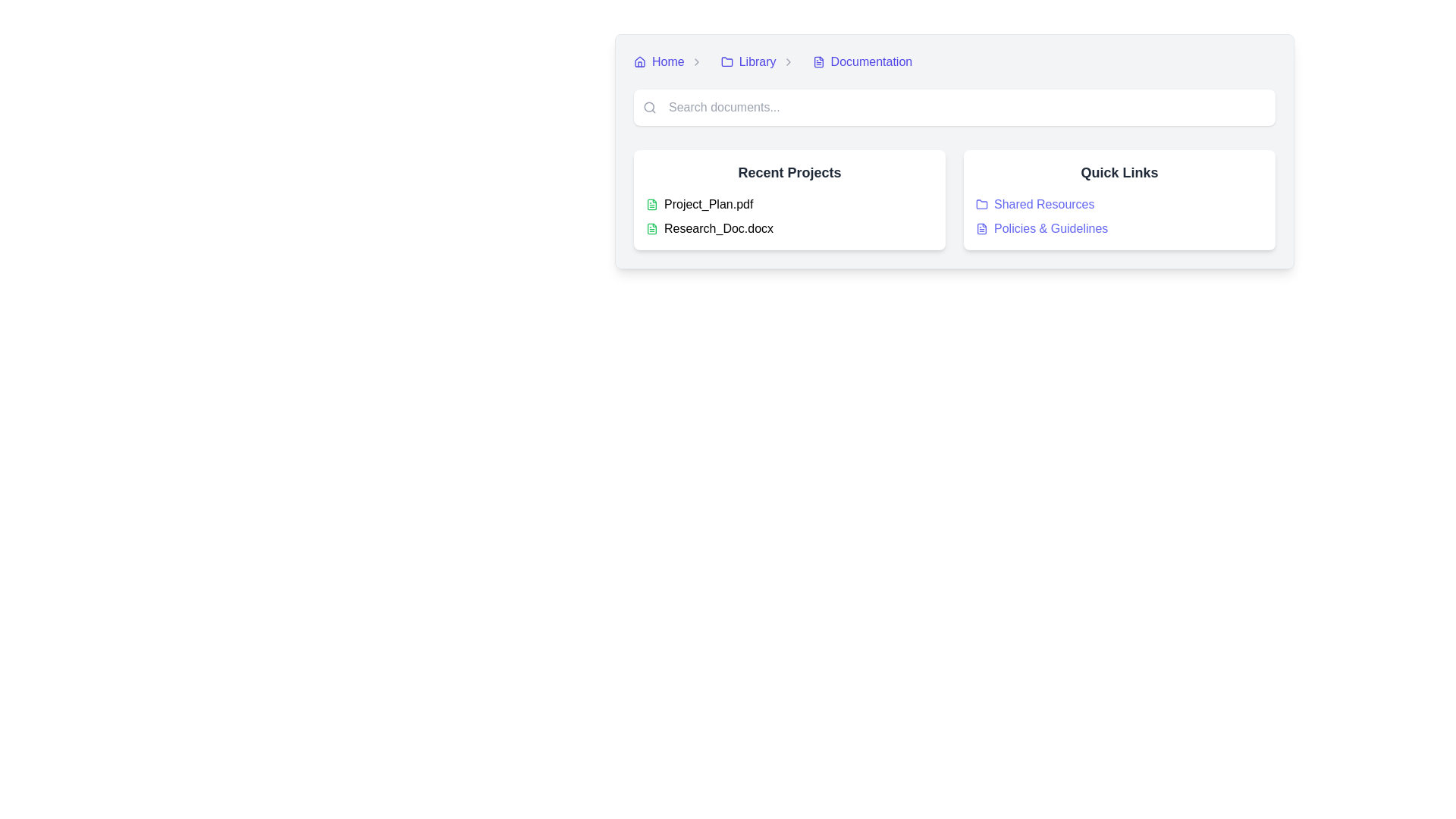 The width and height of the screenshot is (1456, 819). I want to click on a link in the Breadcrumb navigation bar, so click(953, 61).